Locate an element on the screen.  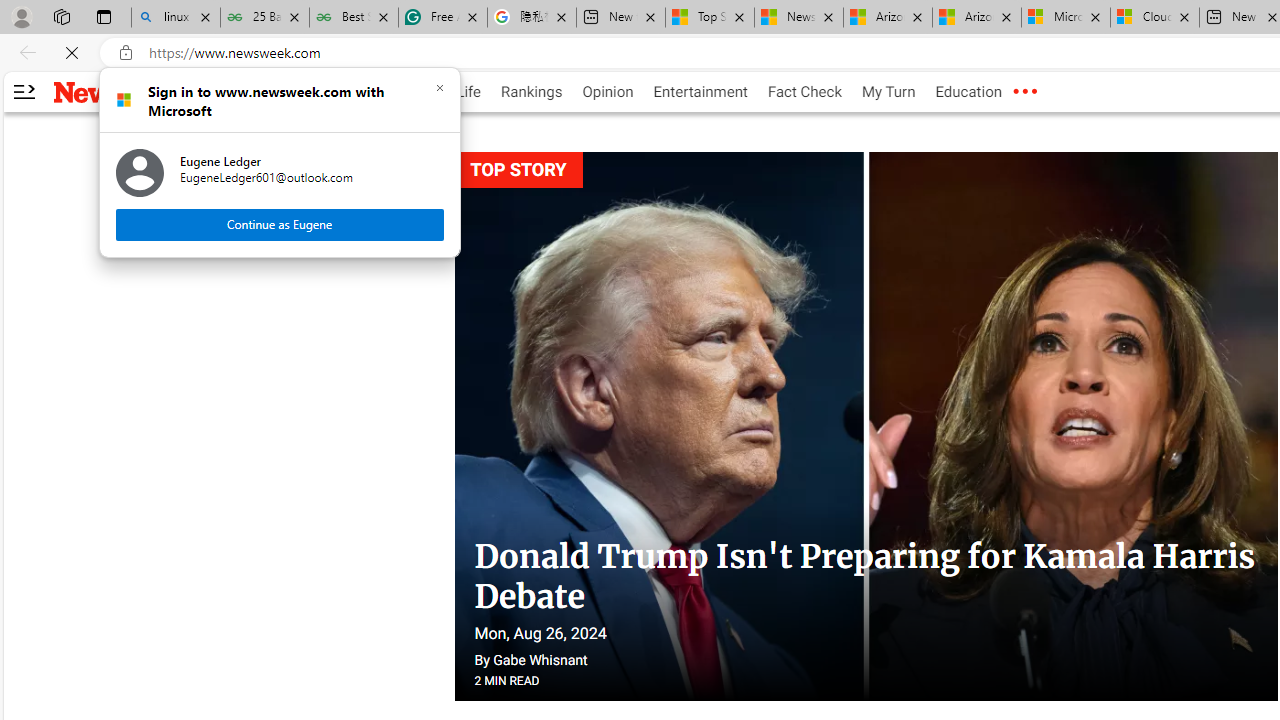
'Continue as Eugene' is located at coordinates (279, 225).